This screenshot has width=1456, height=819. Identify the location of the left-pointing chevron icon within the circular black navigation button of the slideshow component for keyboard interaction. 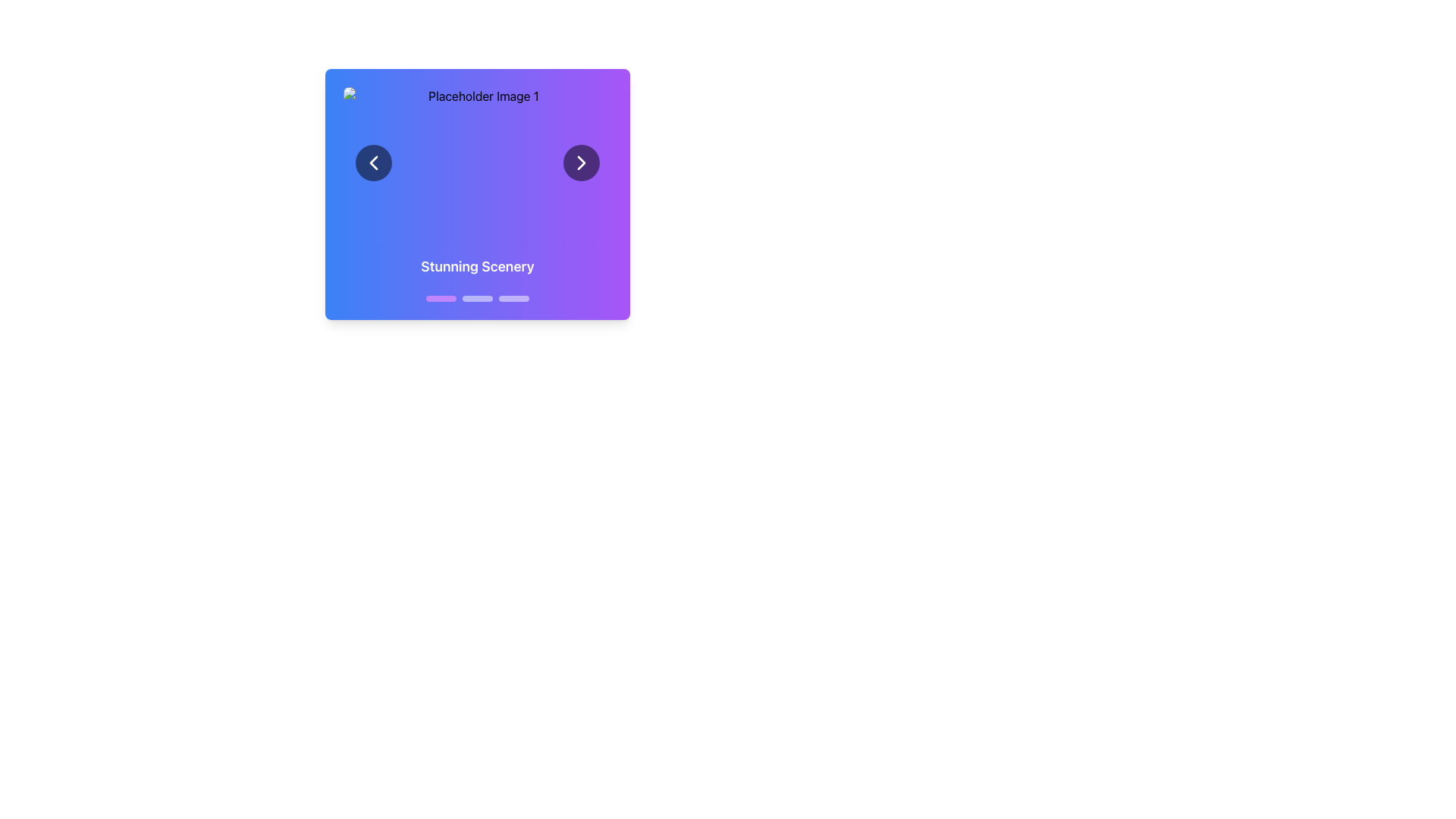
(374, 162).